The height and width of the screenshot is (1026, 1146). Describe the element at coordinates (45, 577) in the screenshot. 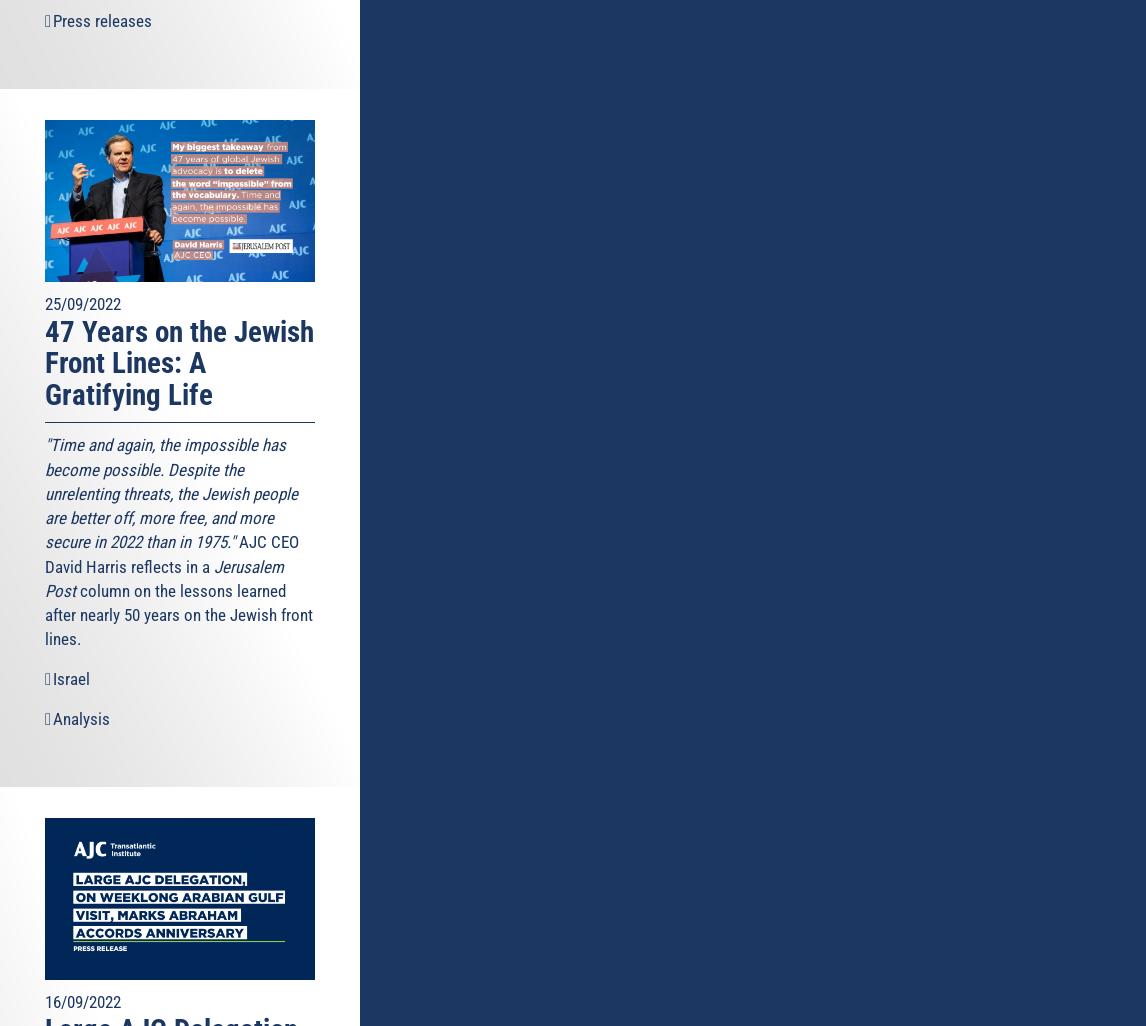

I see `'Jerusalem Post'` at that location.